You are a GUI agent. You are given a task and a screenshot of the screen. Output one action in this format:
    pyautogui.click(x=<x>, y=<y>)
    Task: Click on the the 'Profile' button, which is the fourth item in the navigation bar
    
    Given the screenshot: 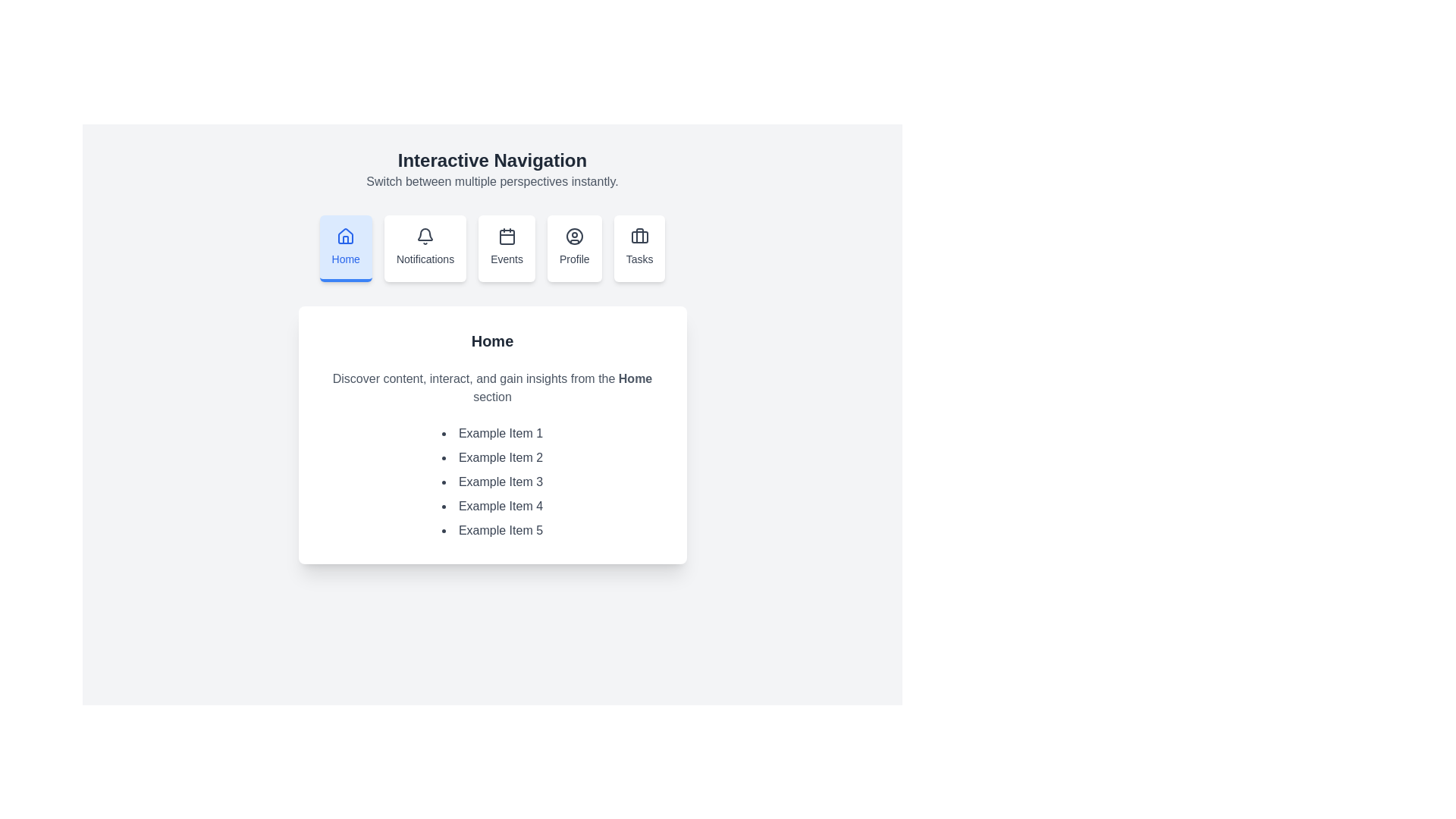 What is the action you would take?
    pyautogui.click(x=573, y=247)
    